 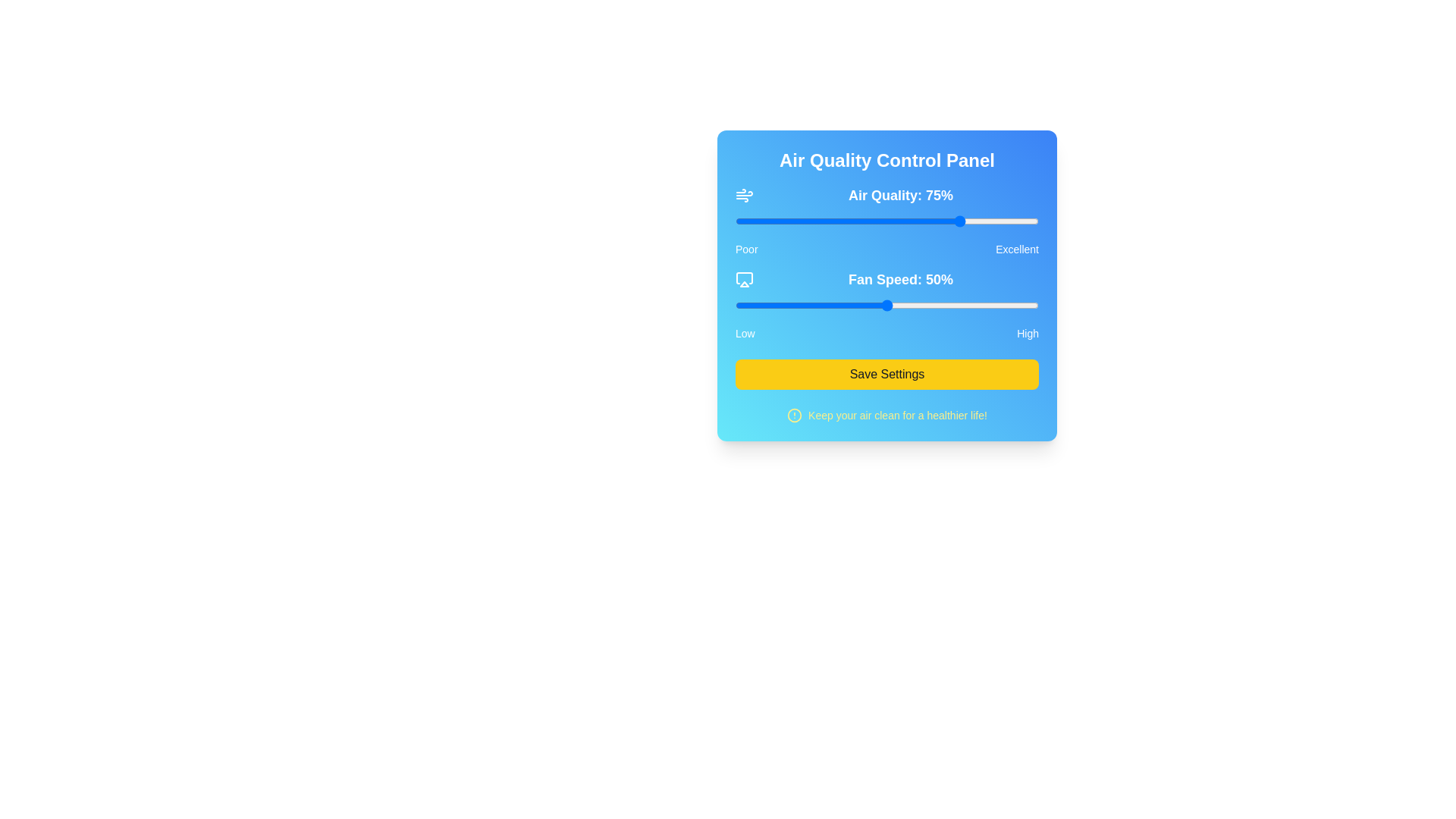 I want to click on air quality, so click(x=786, y=221).